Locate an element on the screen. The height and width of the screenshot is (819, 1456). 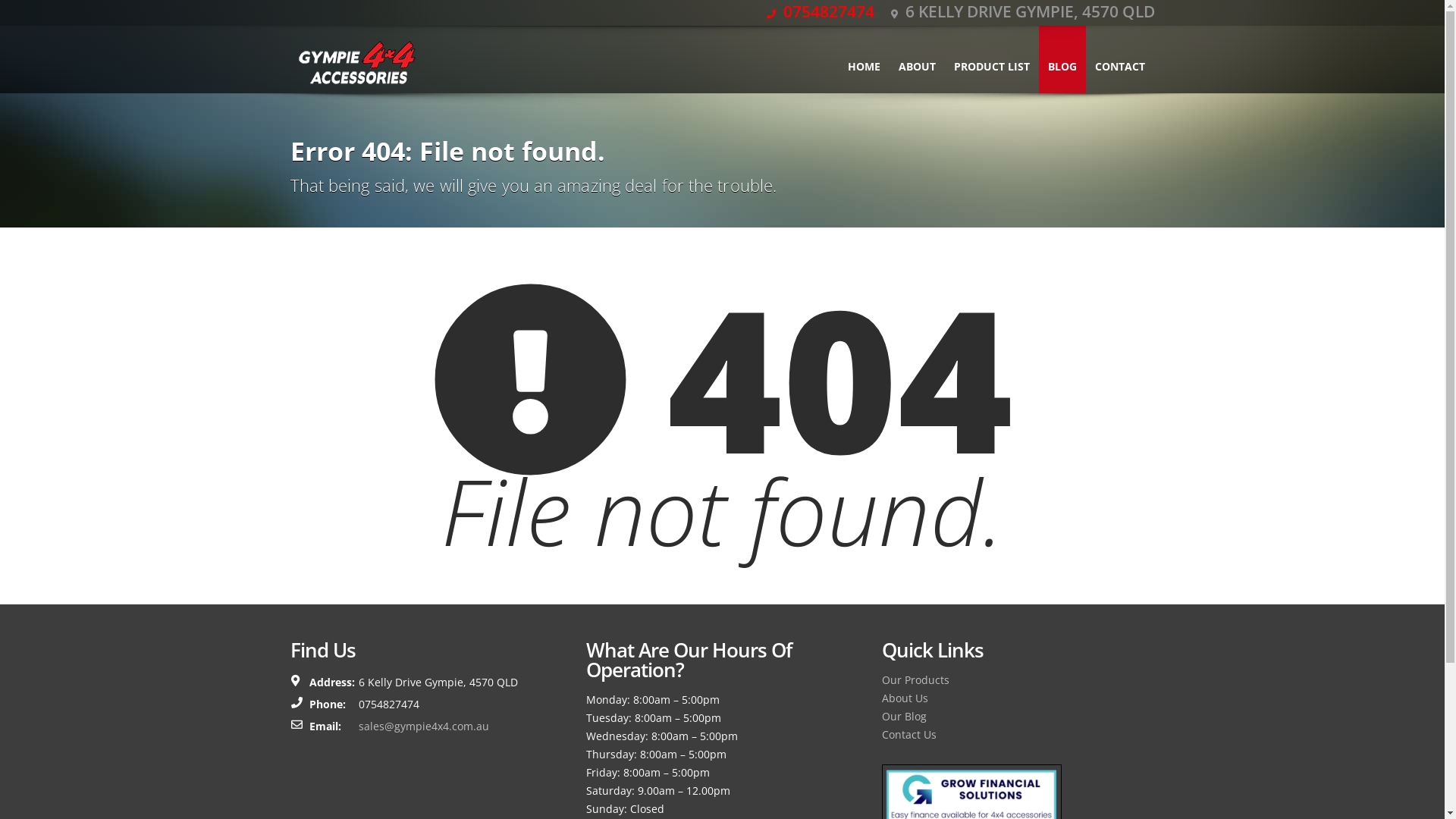
'BLOG' is located at coordinates (1037, 58).